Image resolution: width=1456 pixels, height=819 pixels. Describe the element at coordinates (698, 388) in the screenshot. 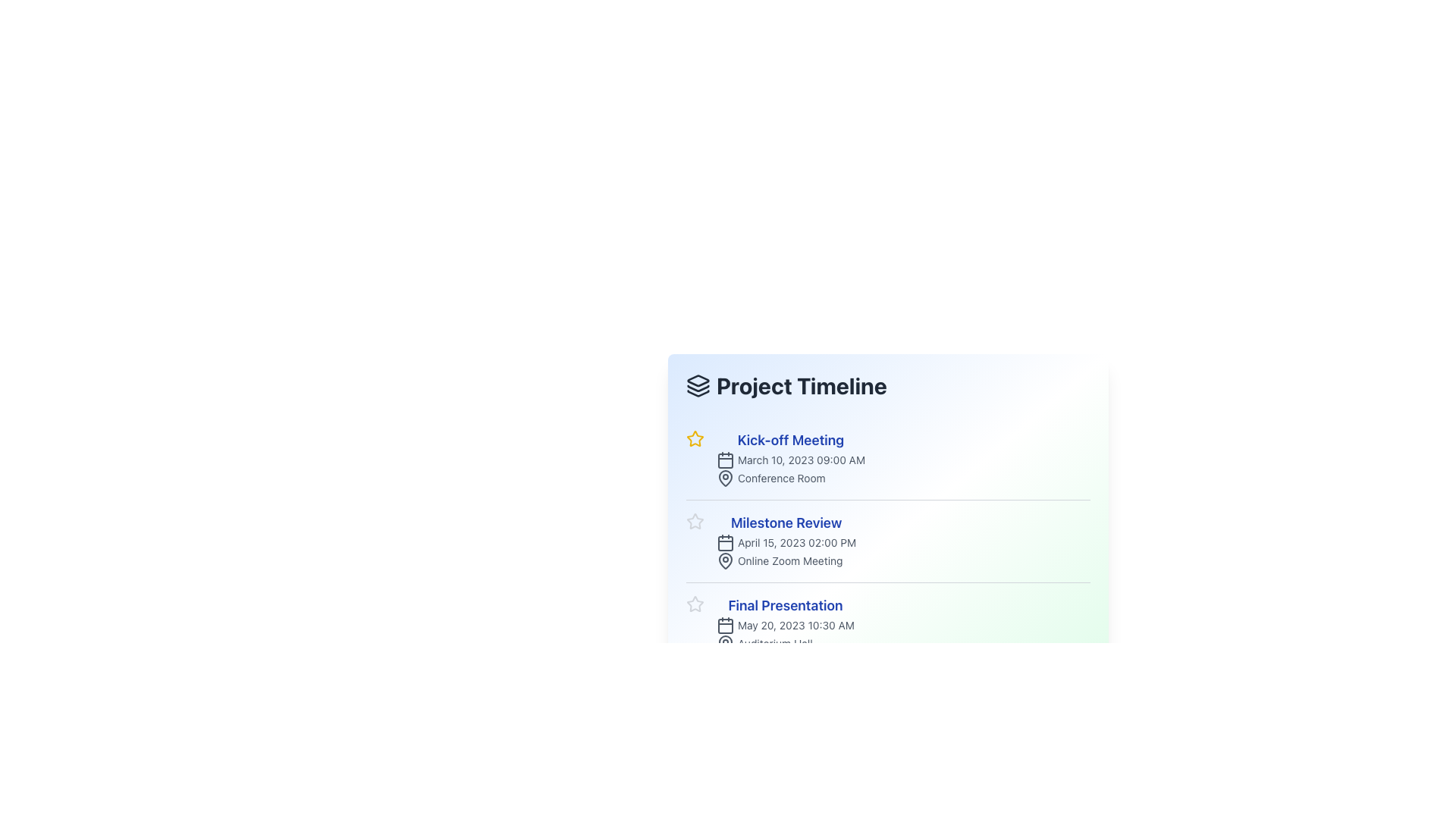

I see `the middle layer icon graphic representing layers in the Project Timeline section` at that location.